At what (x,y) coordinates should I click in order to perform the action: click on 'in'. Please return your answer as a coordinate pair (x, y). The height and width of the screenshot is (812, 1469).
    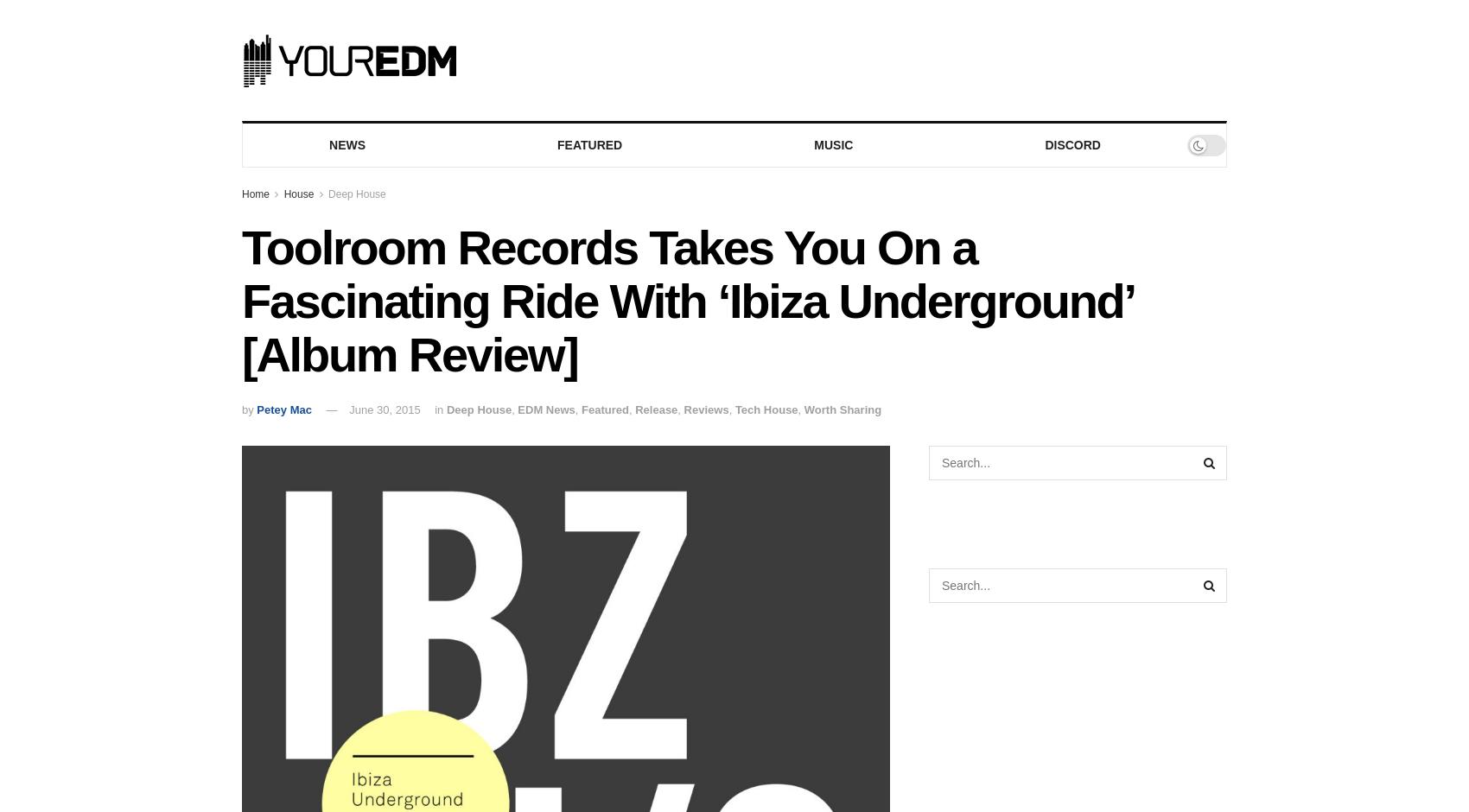
    Looking at the image, I should click on (438, 409).